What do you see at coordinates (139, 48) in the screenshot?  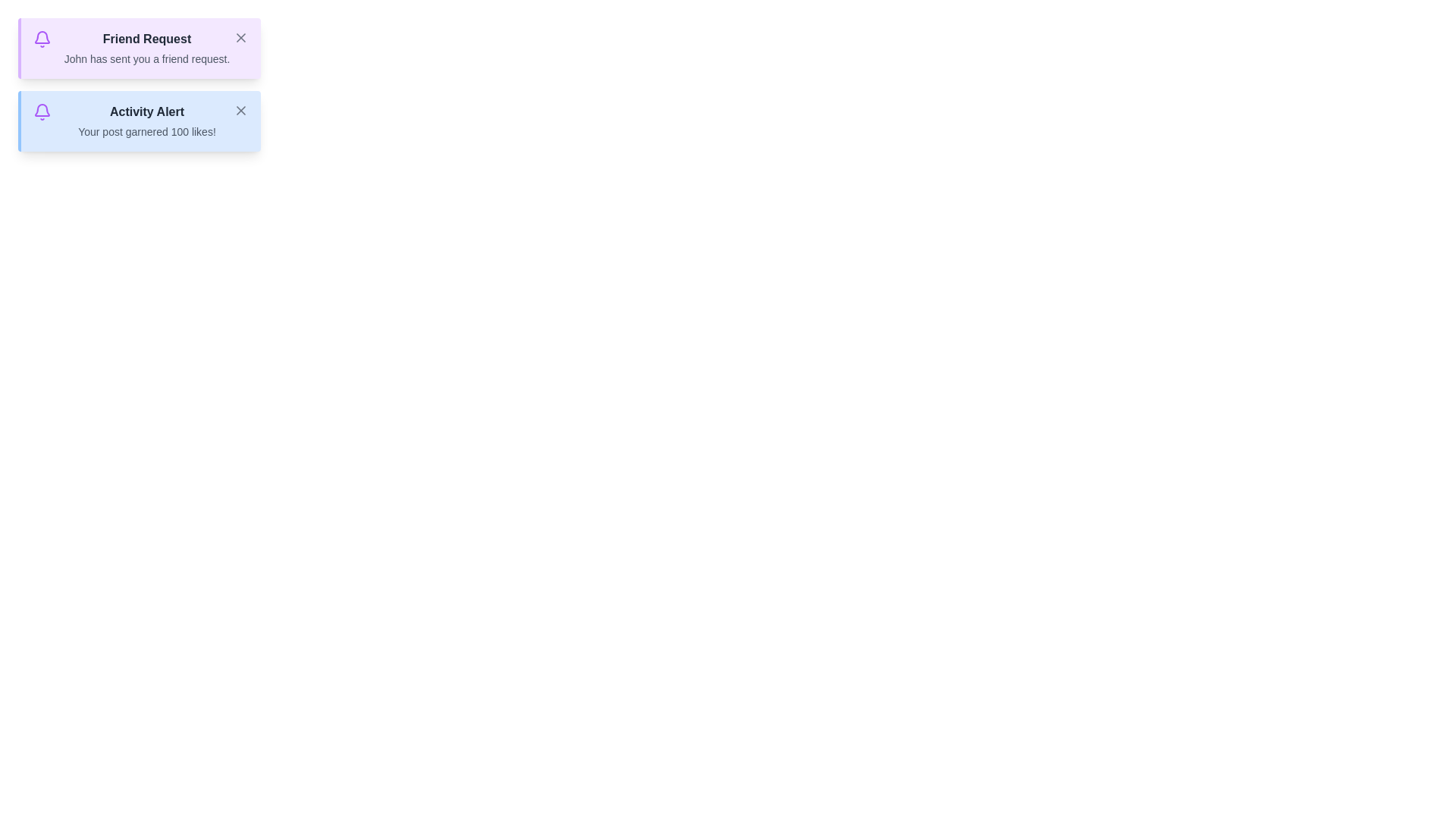 I see `the alert Friend Request to observe any hover effects` at bounding box center [139, 48].